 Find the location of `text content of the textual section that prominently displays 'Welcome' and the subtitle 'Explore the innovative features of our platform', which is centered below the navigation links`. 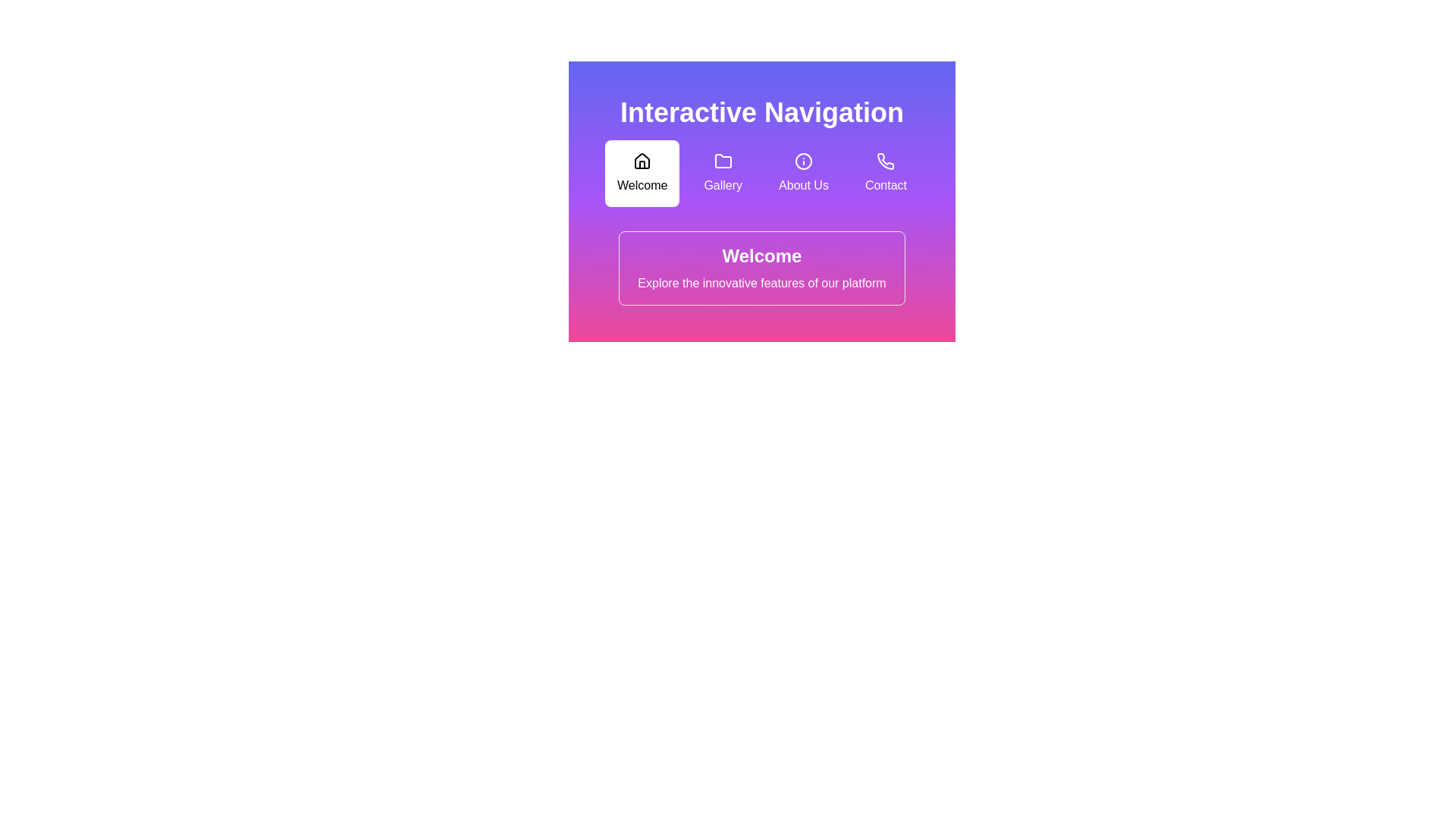

text content of the textual section that prominently displays 'Welcome' and the subtitle 'Explore the innovative features of our platform', which is centered below the navigation links is located at coordinates (761, 222).